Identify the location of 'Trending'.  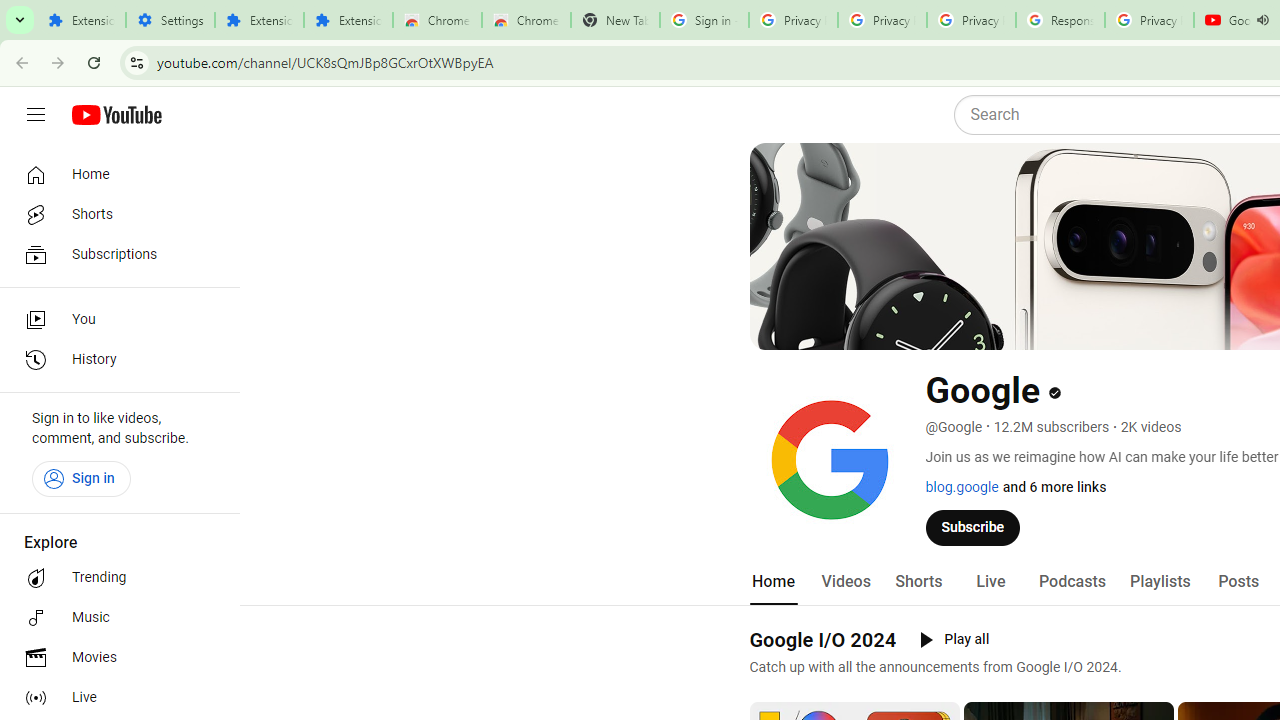
(112, 578).